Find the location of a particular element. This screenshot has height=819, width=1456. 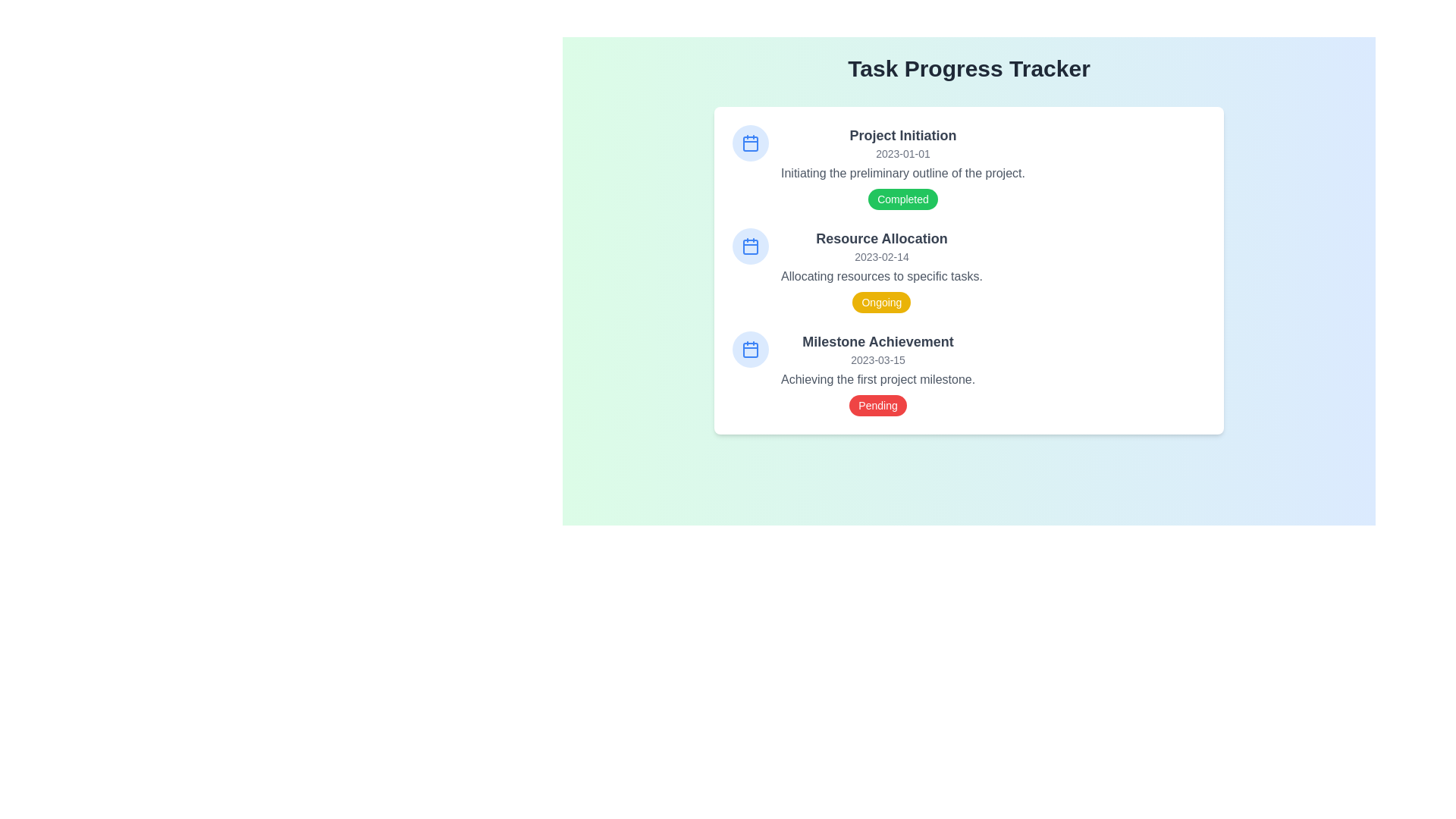

the yellow button-like badge labeled 'Ongoing' in the Informational panel for the task 'Resource Allocation' is located at coordinates (881, 270).